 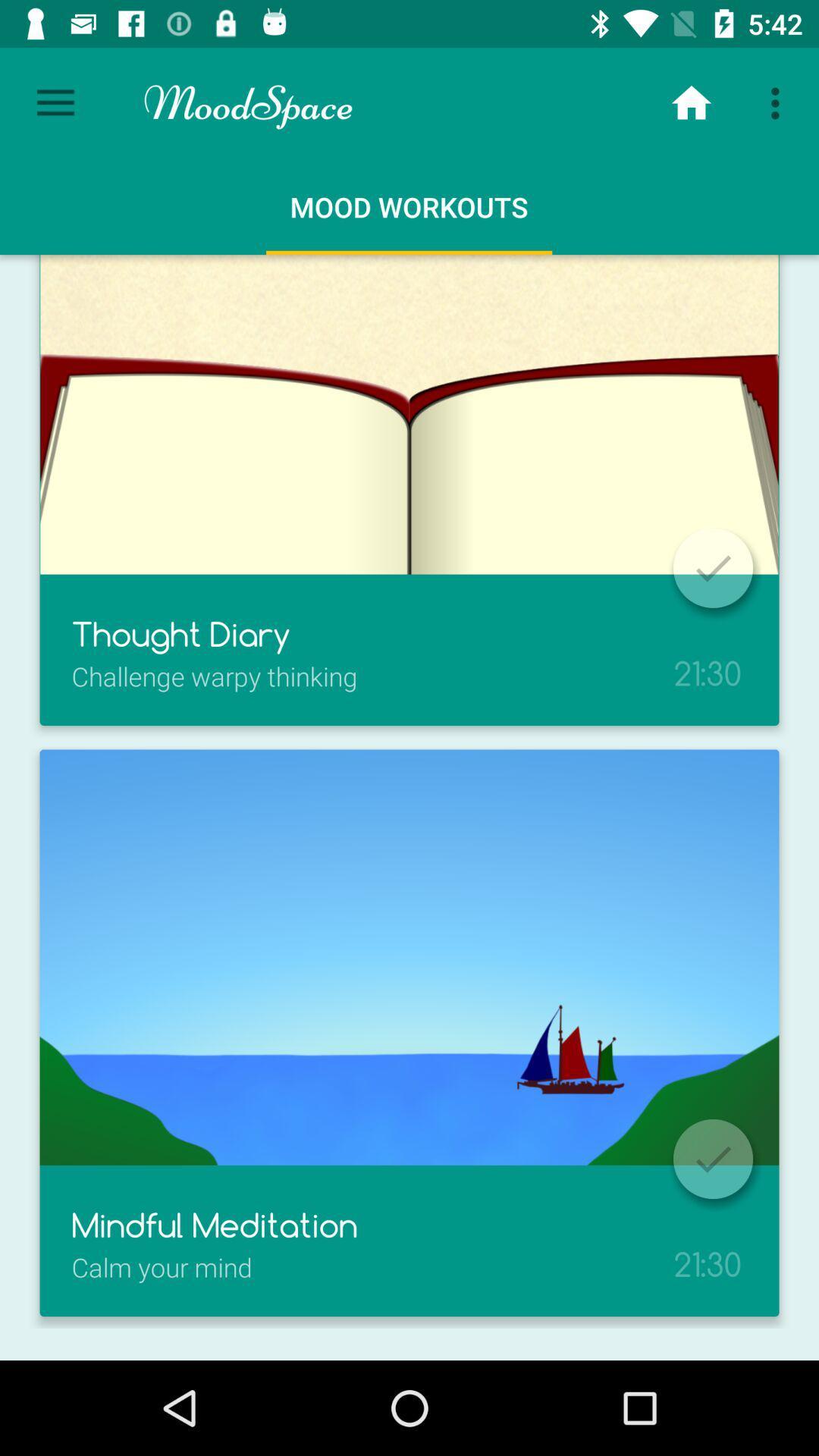 I want to click on confirm the selection, so click(x=713, y=567).